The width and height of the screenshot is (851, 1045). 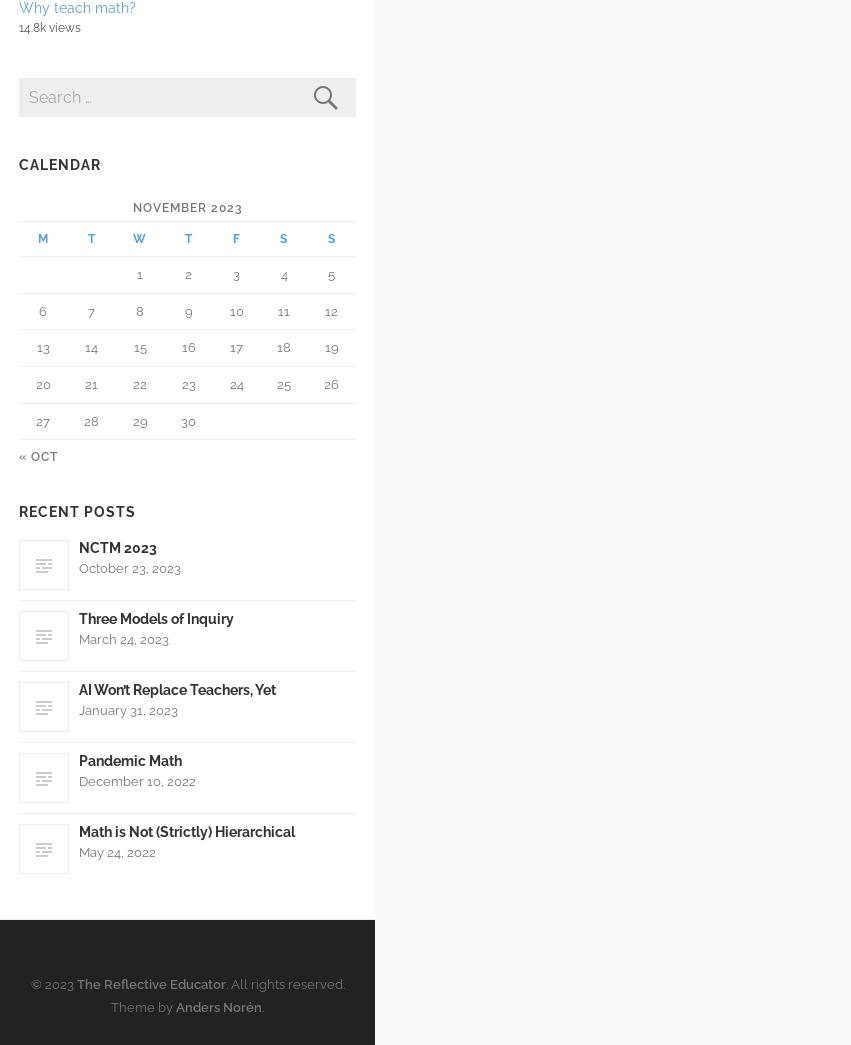 What do you see at coordinates (186, 347) in the screenshot?
I see `'16'` at bounding box center [186, 347].